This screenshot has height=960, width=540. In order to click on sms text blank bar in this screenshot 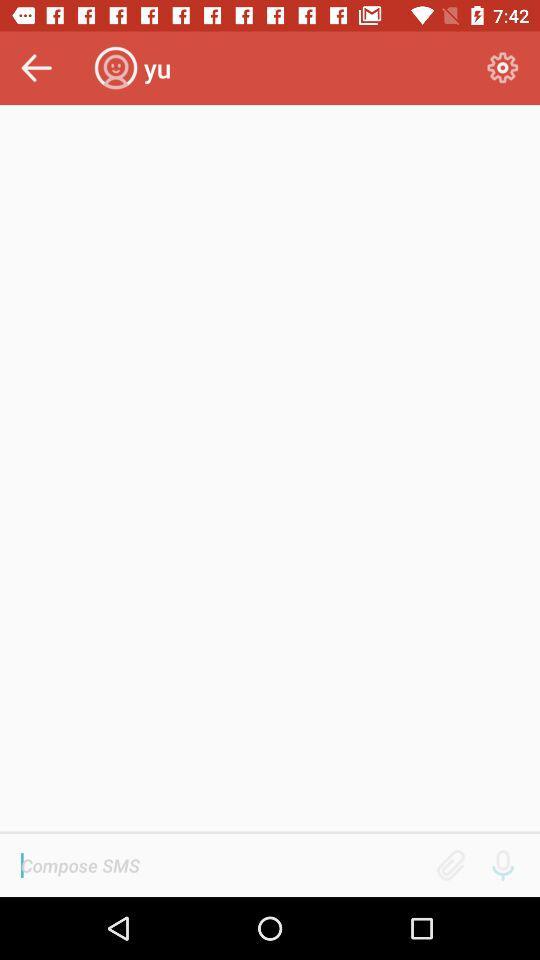, I will do `click(221, 864)`.